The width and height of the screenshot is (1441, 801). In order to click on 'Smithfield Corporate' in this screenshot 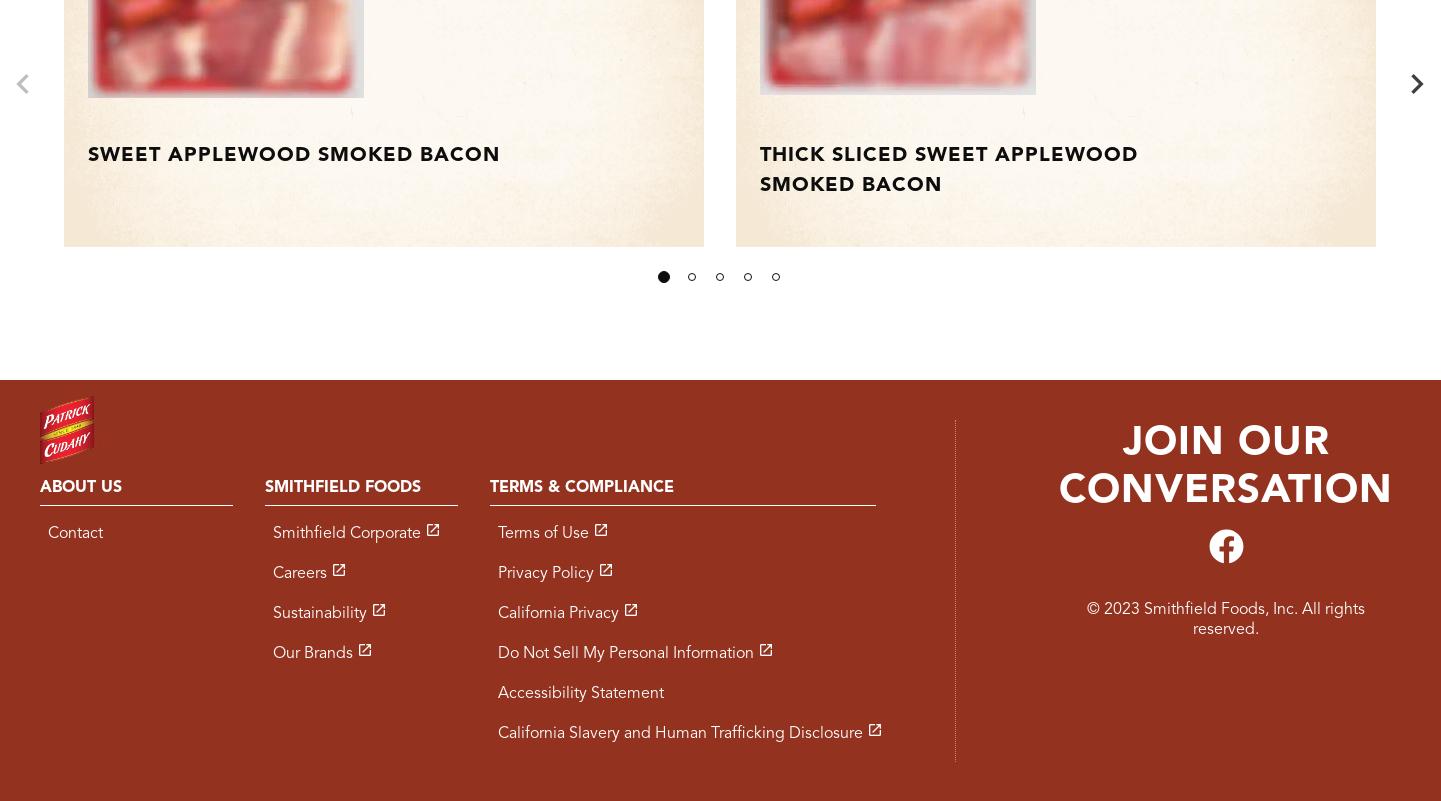, I will do `click(344, 534)`.